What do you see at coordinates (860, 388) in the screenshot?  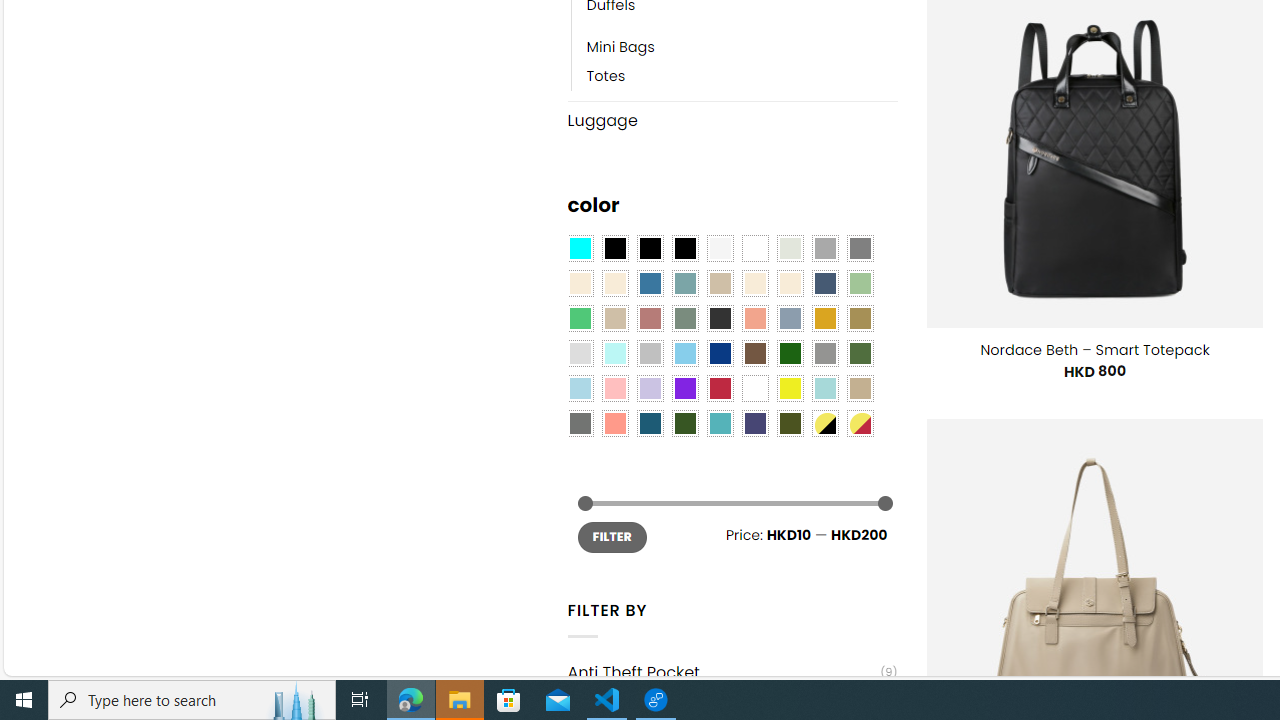 I see `'Khaki'` at bounding box center [860, 388].